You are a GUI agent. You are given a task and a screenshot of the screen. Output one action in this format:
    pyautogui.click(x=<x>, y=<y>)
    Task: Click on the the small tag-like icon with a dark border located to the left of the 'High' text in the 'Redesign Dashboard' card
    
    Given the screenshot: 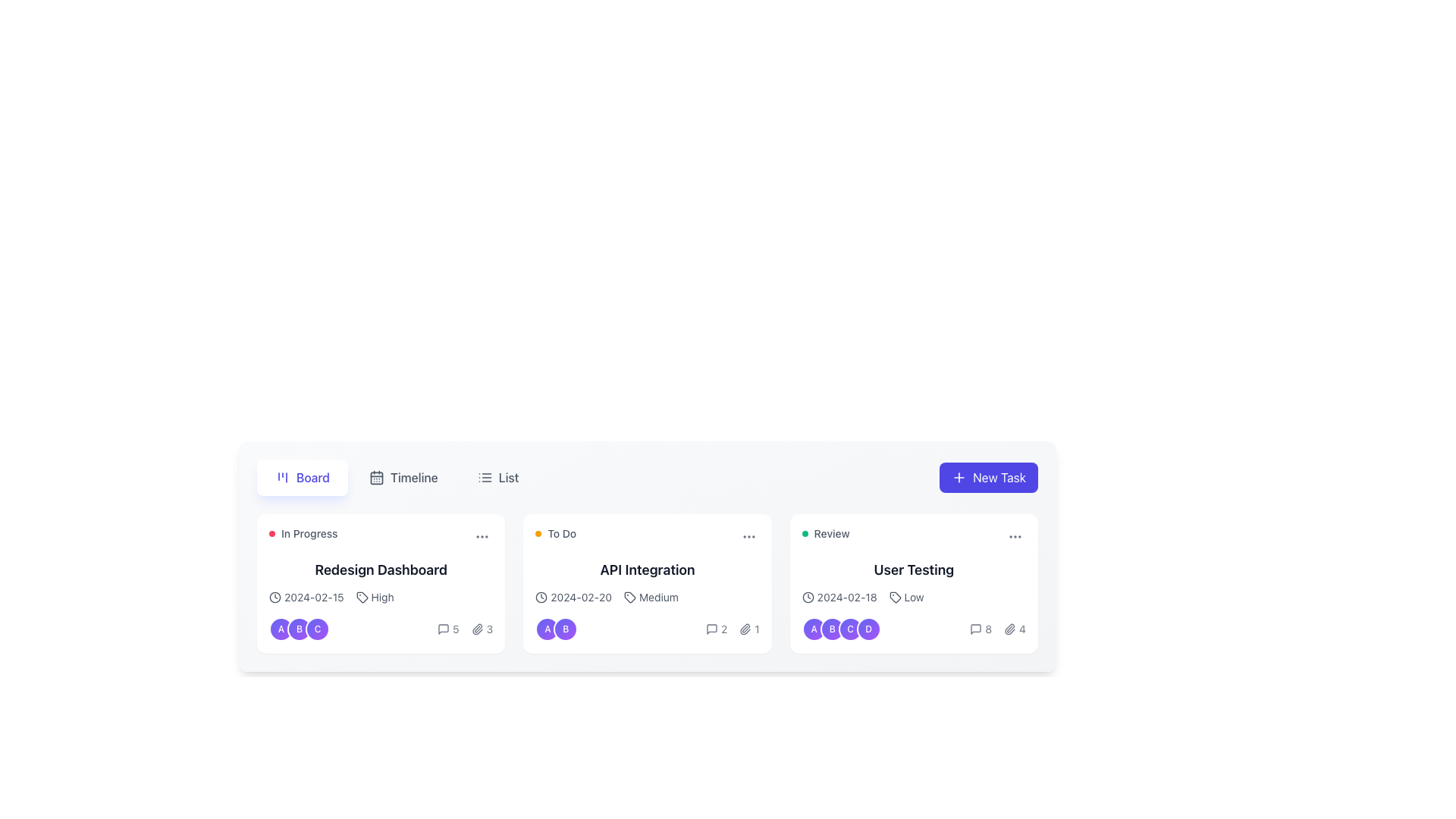 What is the action you would take?
    pyautogui.click(x=361, y=596)
    